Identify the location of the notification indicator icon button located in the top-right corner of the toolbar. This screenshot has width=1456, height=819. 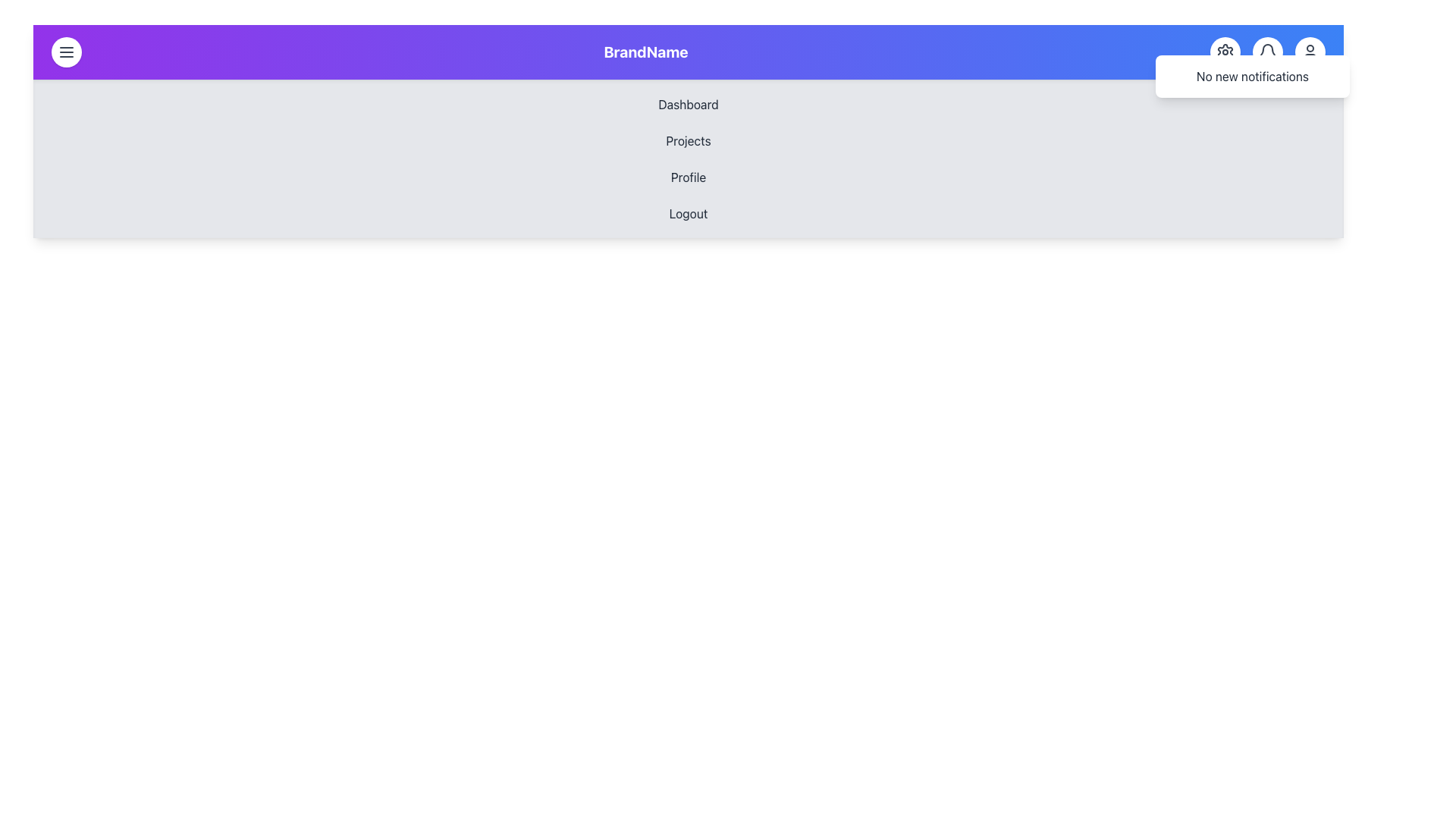
(1267, 52).